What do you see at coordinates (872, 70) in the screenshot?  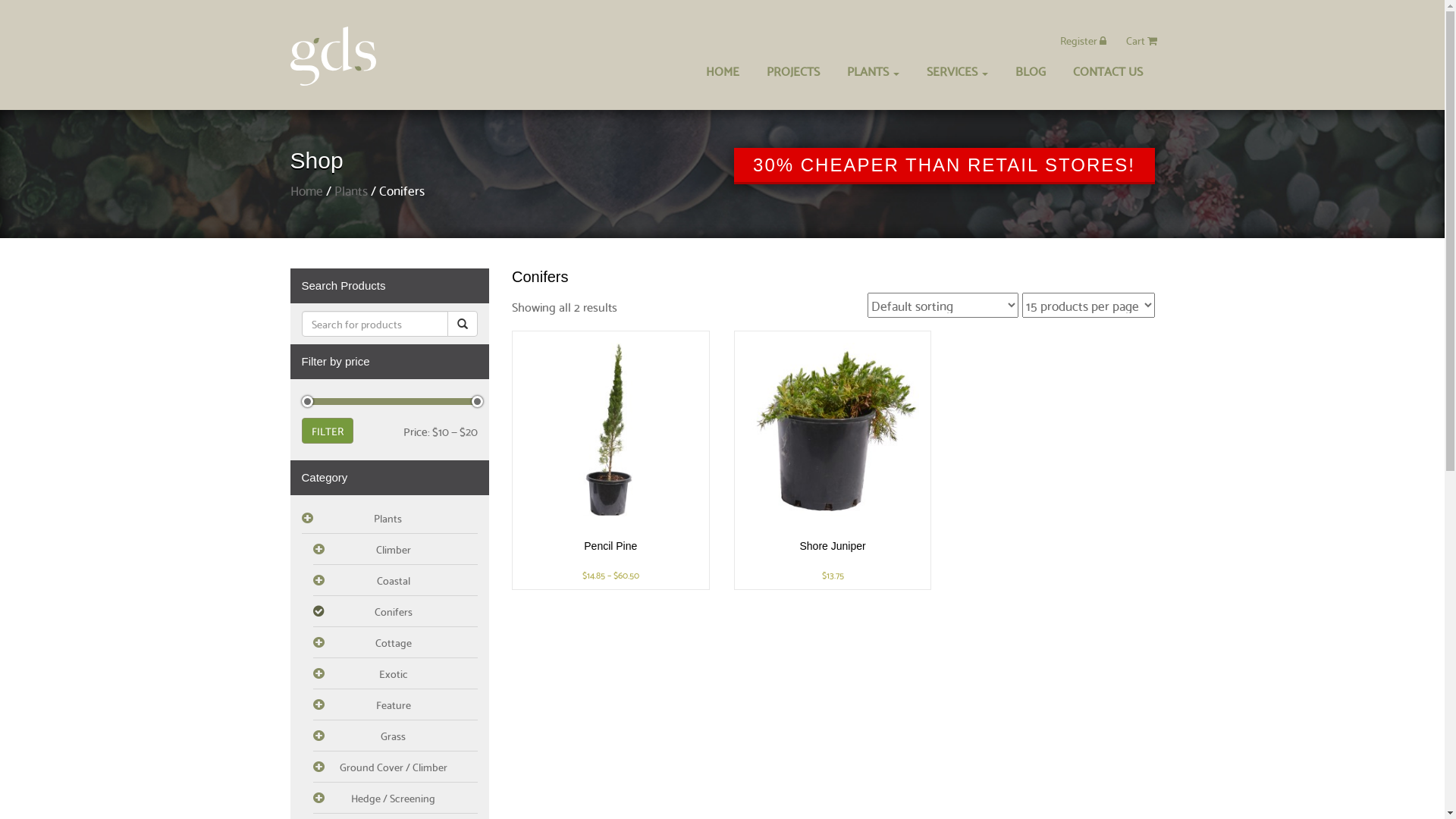 I see `'PLANTS'` at bounding box center [872, 70].